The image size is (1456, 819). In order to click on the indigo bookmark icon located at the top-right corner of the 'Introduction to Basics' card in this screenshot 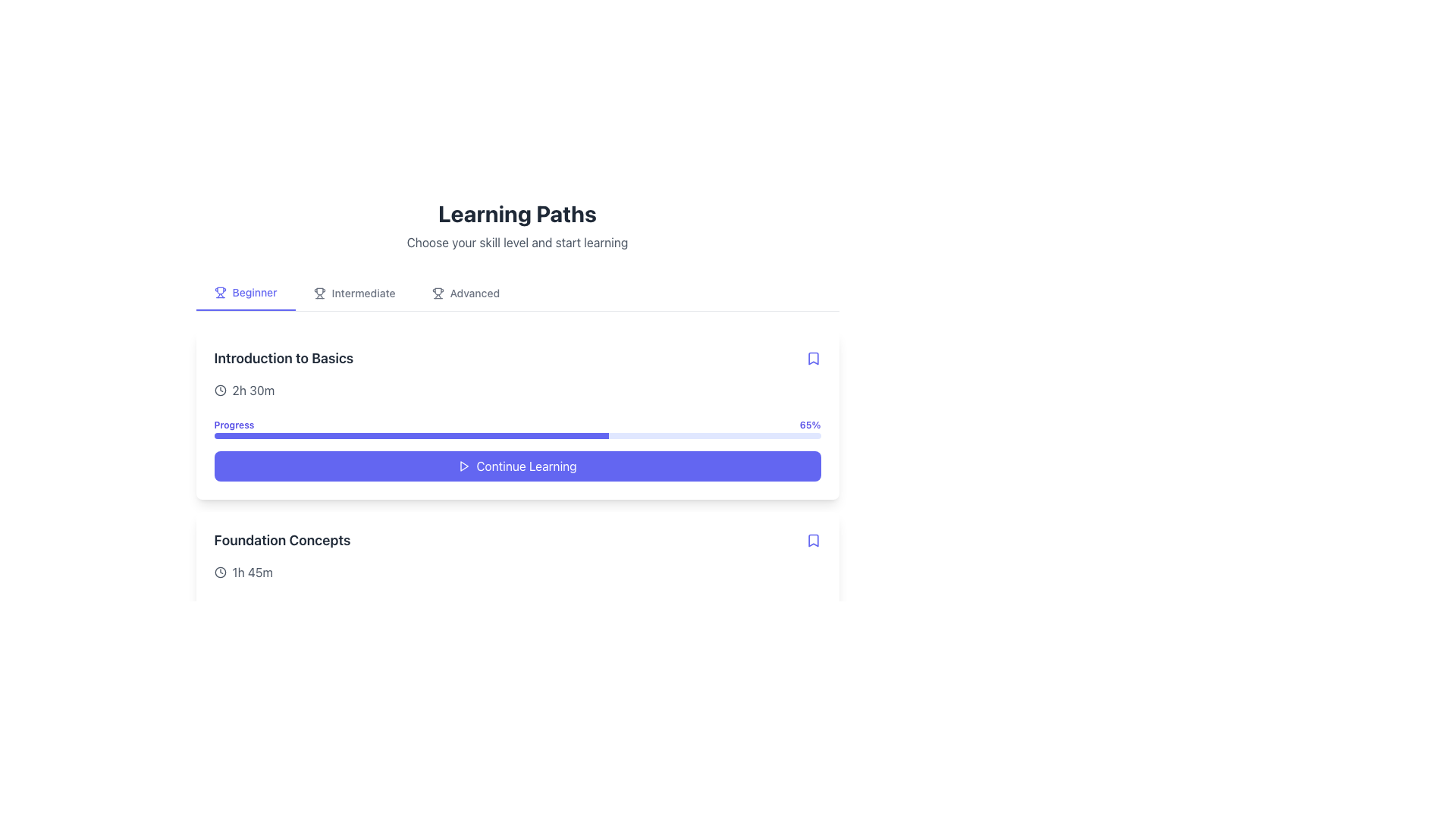, I will do `click(812, 359)`.